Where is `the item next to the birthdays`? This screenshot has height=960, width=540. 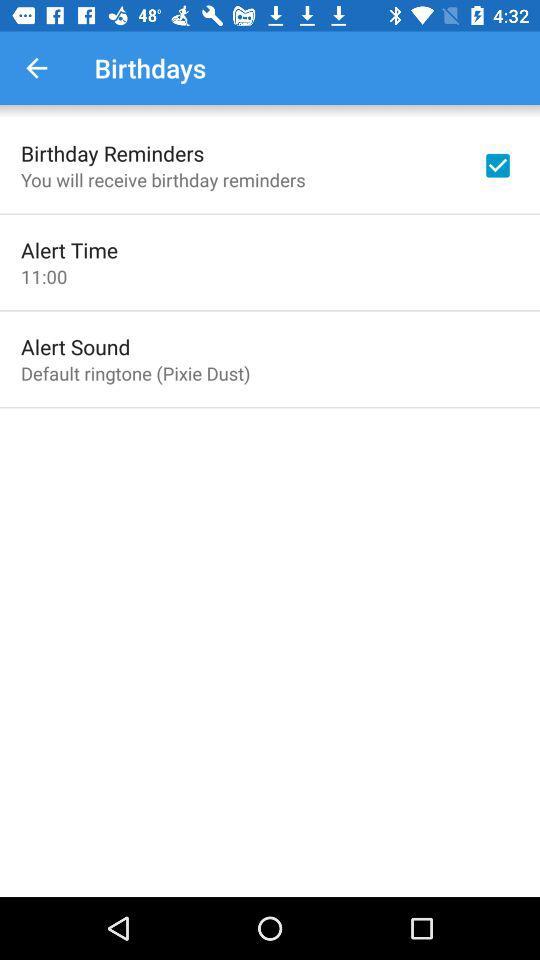
the item next to the birthdays is located at coordinates (36, 68).